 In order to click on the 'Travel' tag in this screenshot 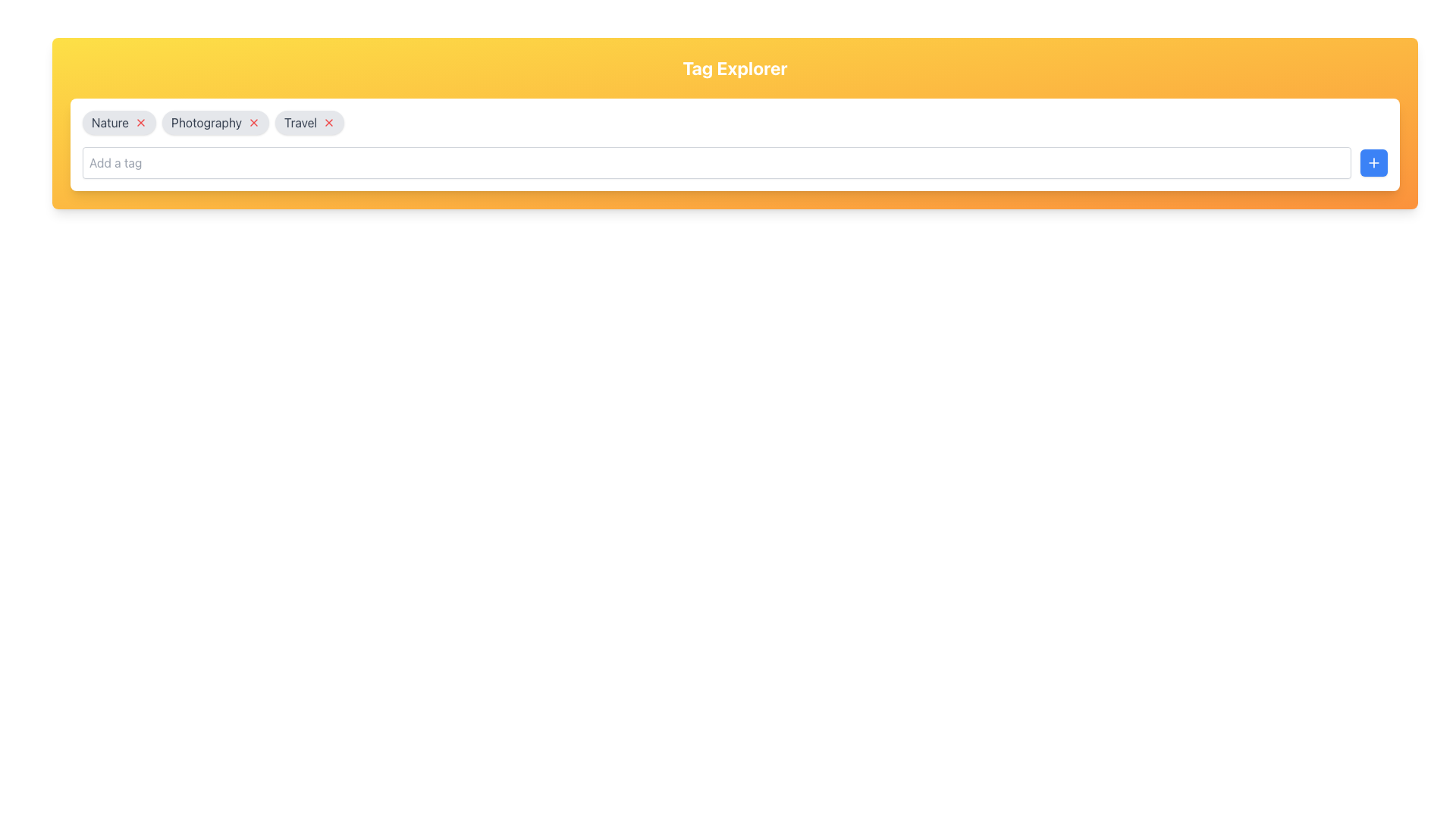, I will do `click(309, 122)`.